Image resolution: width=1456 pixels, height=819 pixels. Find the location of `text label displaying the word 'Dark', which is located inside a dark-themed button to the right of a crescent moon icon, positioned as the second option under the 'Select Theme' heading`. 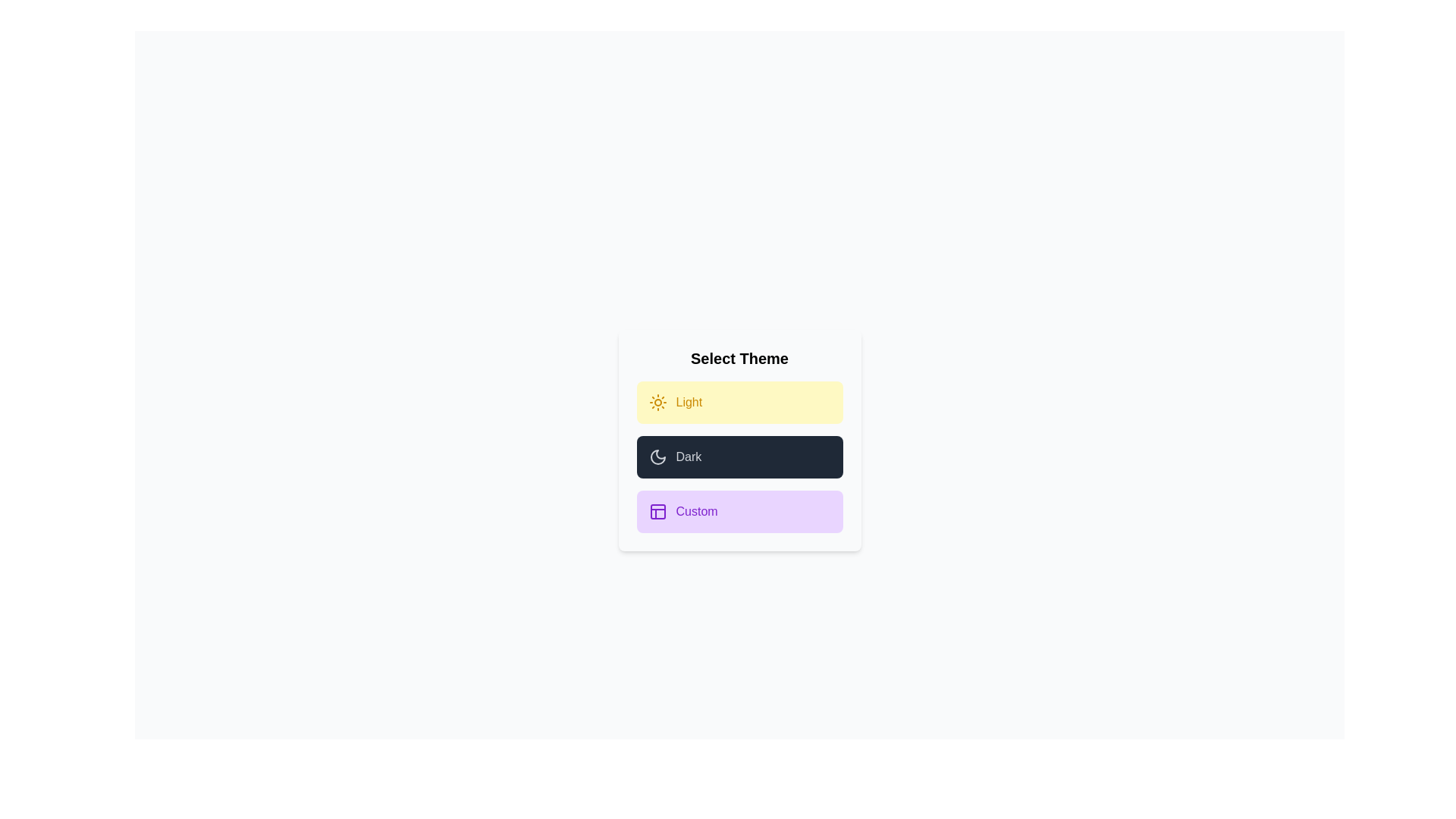

text label displaying the word 'Dark', which is located inside a dark-themed button to the right of a crescent moon icon, positioned as the second option under the 'Select Theme' heading is located at coordinates (688, 456).